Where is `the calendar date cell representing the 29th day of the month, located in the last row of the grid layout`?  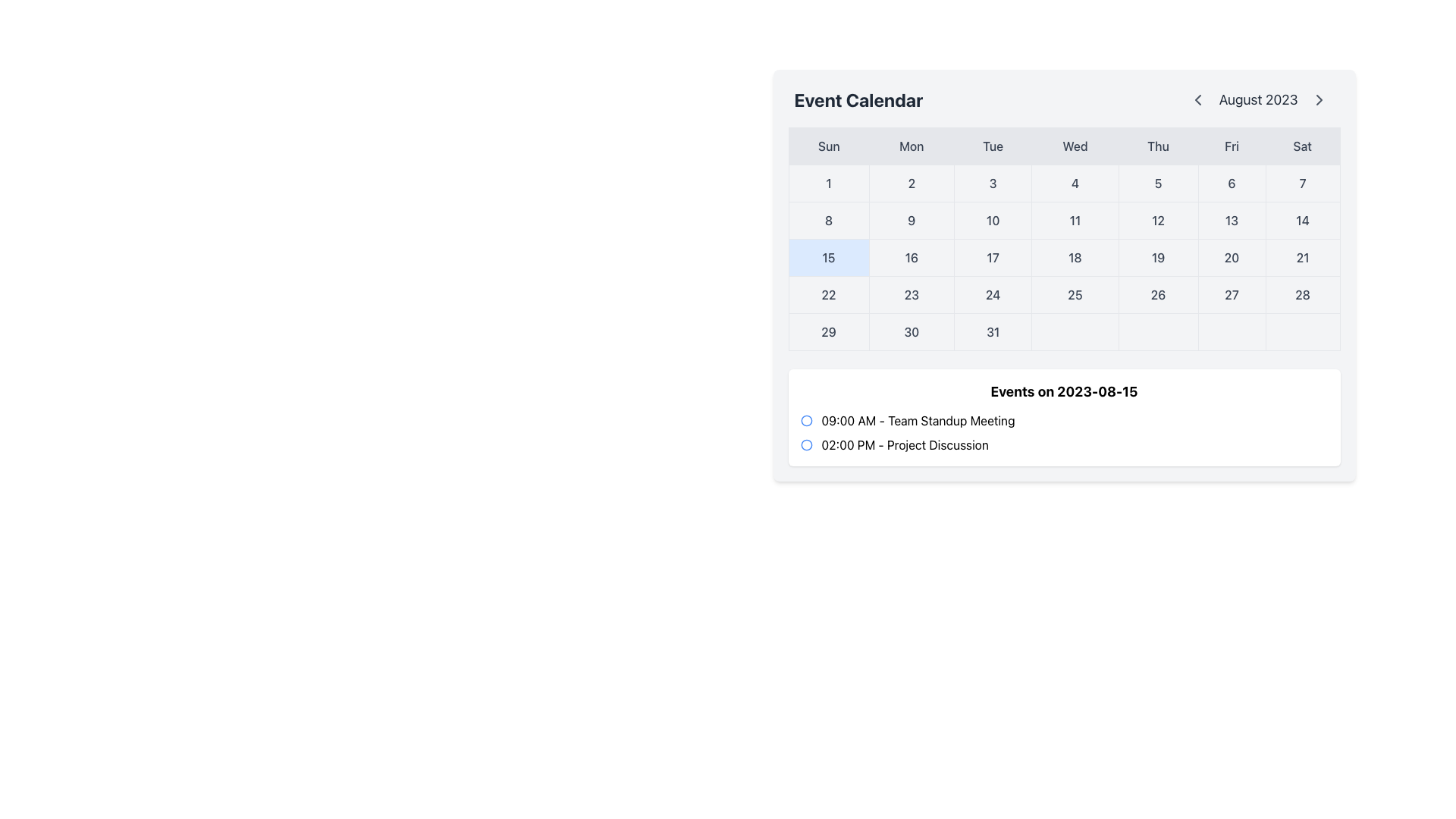 the calendar date cell representing the 29th day of the month, located in the last row of the grid layout is located at coordinates (828, 331).